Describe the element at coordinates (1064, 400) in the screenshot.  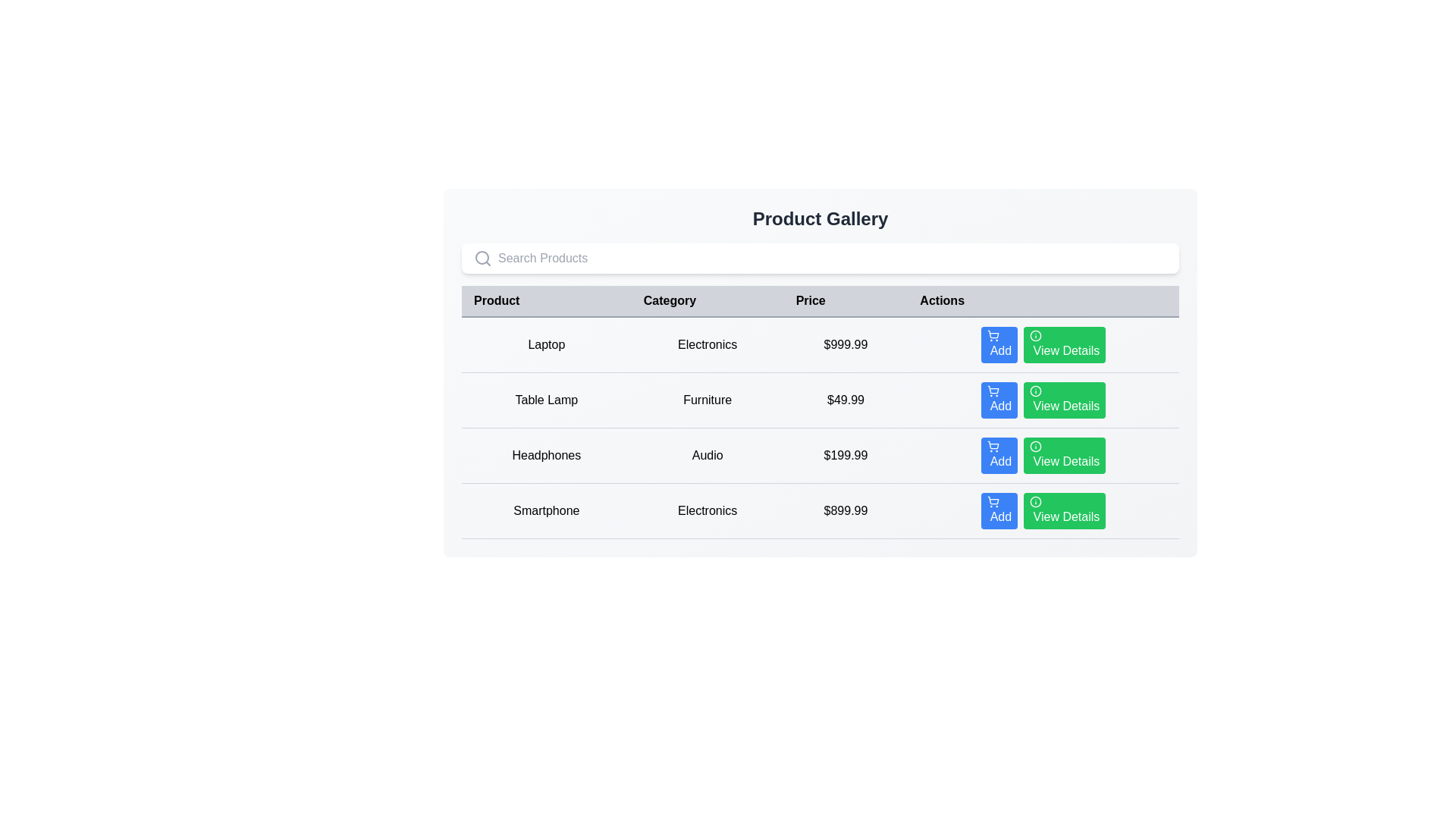
I see `the button located in the 'Actions' column of the second row of the table` at that location.